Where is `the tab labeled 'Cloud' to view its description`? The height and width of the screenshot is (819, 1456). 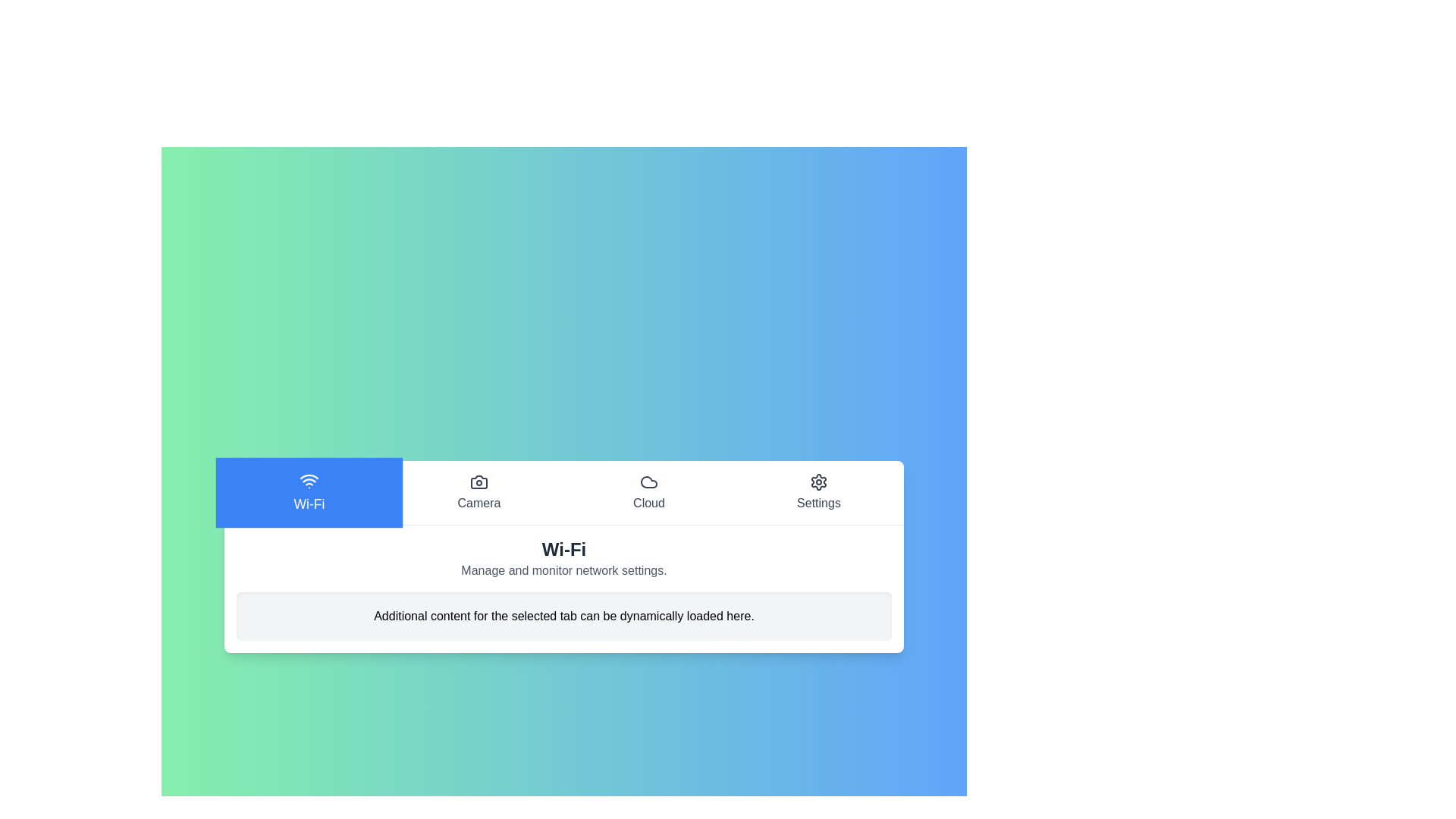 the tab labeled 'Cloud' to view its description is located at coordinates (648, 492).